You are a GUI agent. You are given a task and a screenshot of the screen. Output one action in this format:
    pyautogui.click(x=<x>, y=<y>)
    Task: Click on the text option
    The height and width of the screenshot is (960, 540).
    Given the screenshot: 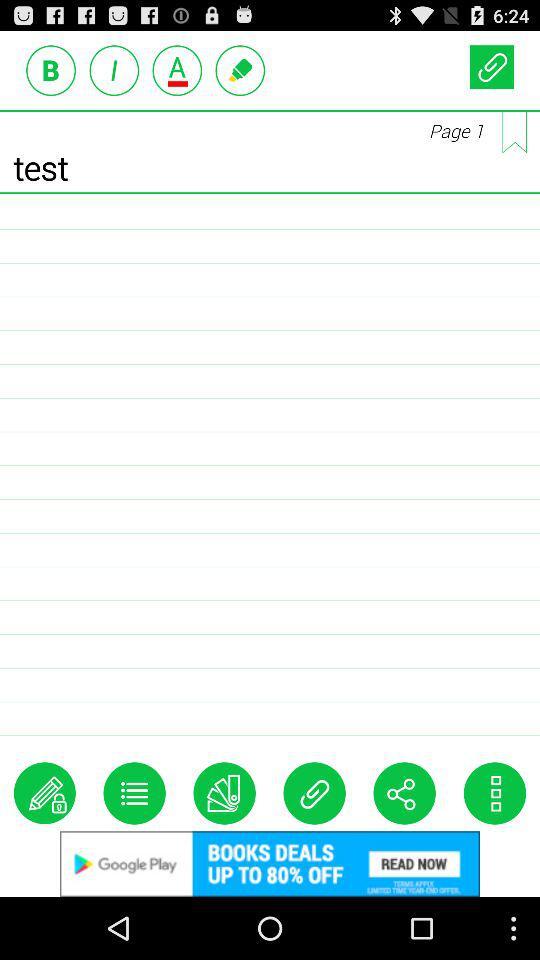 What is the action you would take?
    pyautogui.click(x=240, y=70)
    